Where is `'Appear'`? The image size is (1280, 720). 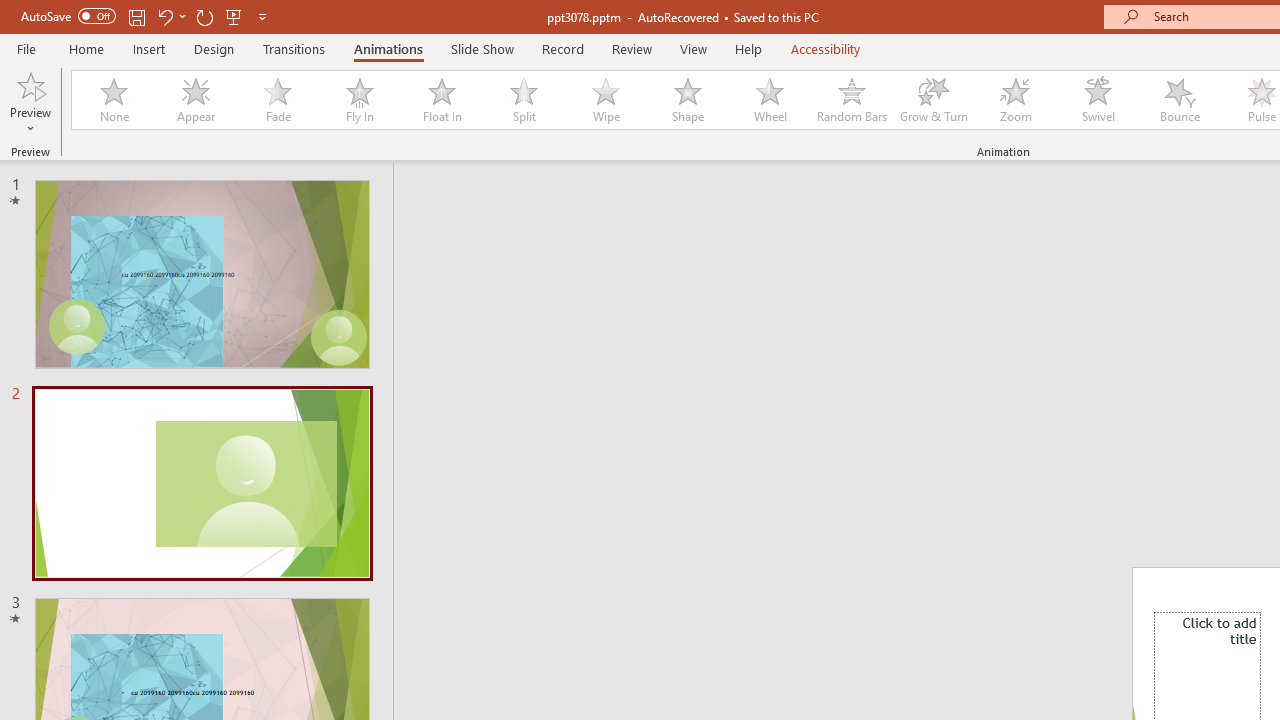 'Appear' is located at coordinates (195, 100).